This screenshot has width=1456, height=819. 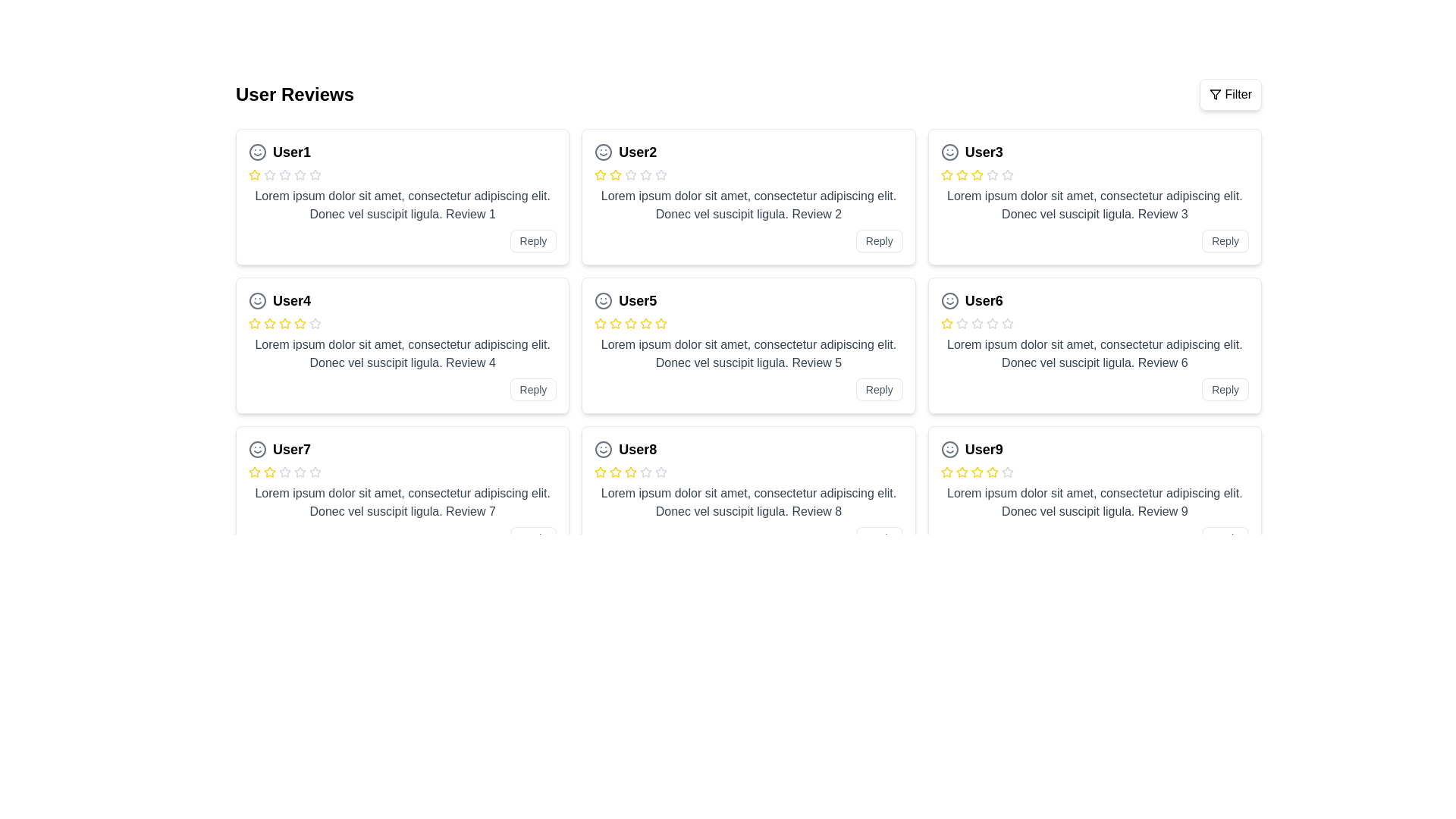 I want to click on the second star icon in the rating system located in the second card titled 'User2' in the review grid, so click(x=646, y=174).